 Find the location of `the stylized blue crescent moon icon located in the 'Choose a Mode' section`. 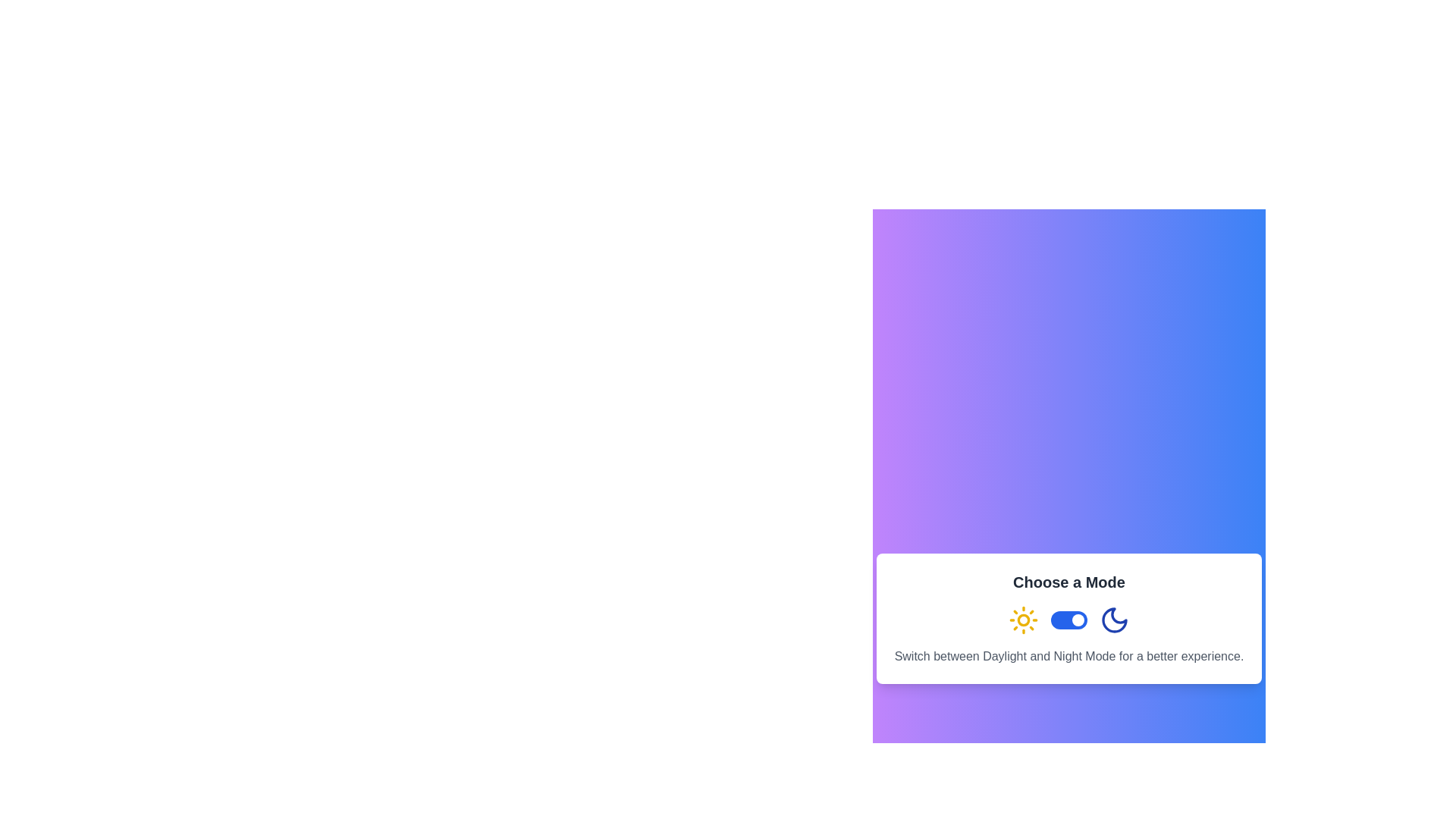

the stylized blue crescent moon icon located in the 'Choose a Mode' section is located at coordinates (1114, 620).